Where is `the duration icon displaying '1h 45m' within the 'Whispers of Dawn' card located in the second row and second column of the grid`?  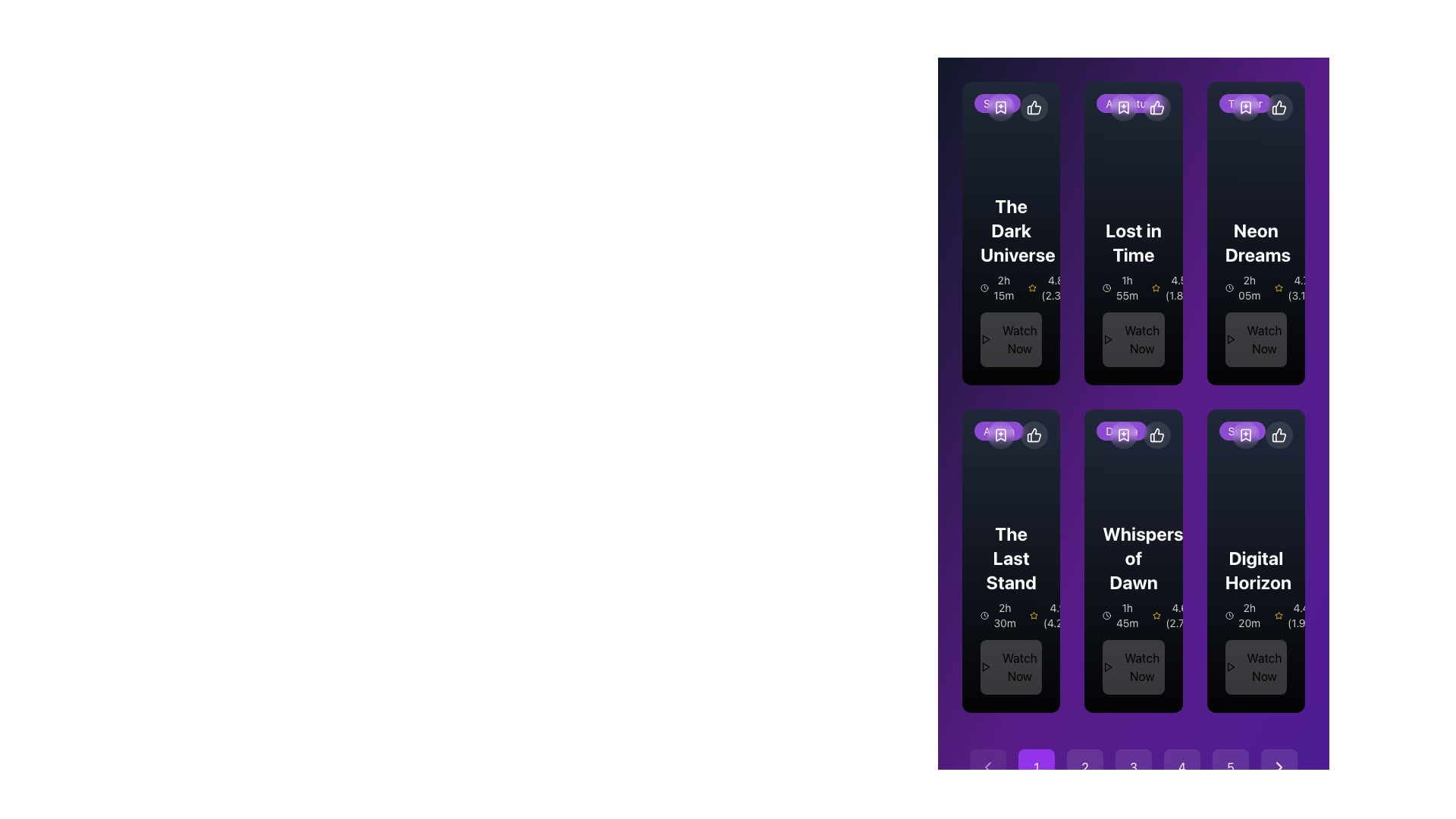
the duration icon displaying '1h 45m' within the 'Whispers of Dawn' card located in the second row and second column of the grid is located at coordinates (1106, 616).